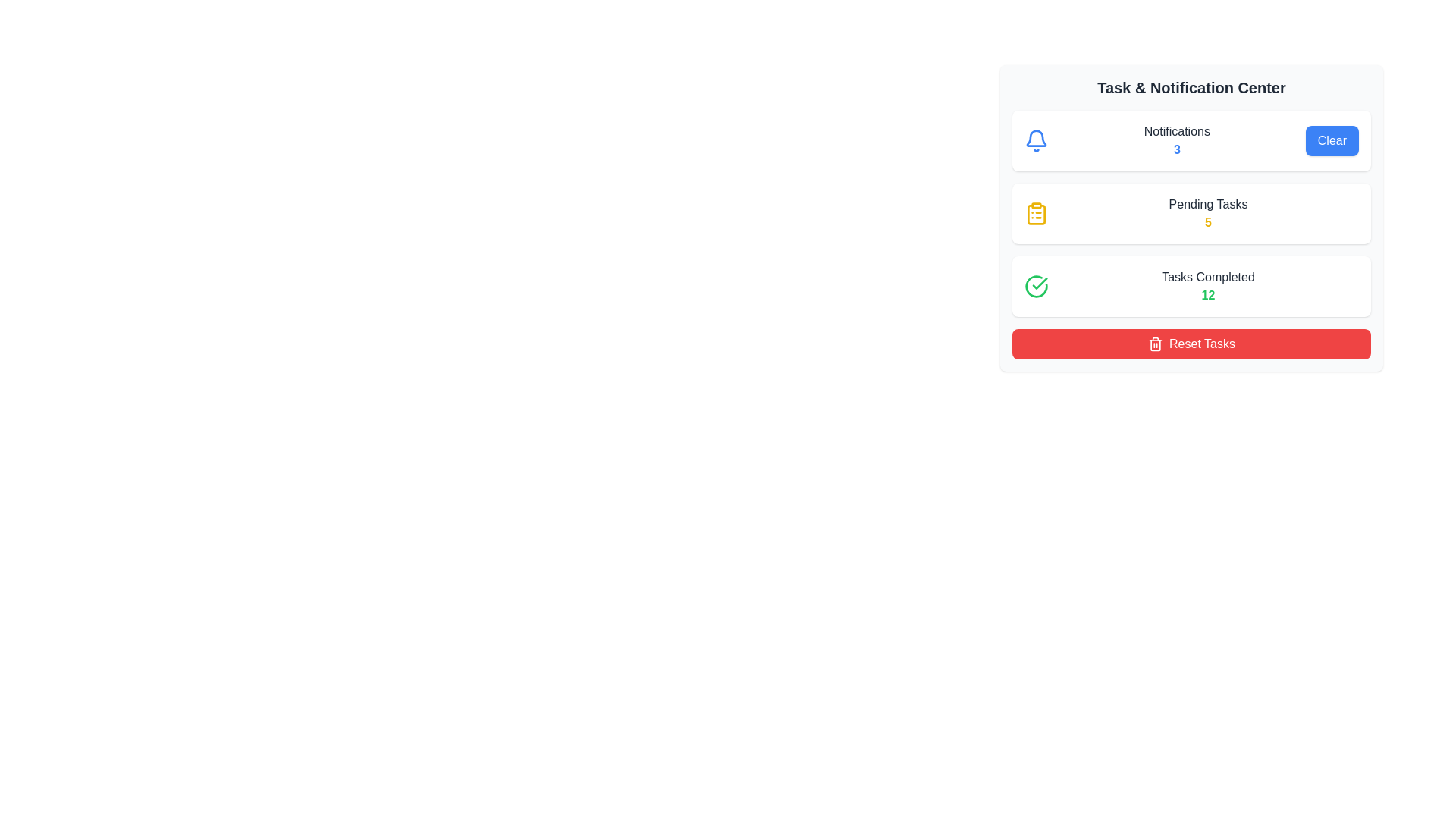 Image resolution: width=1456 pixels, height=819 pixels. Describe the element at coordinates (1207, 222) in the screenshot. I see `the numeric character '5' displayed in bold yellow font, located immediately after the phrase 'Pending Tasks'` at that location.